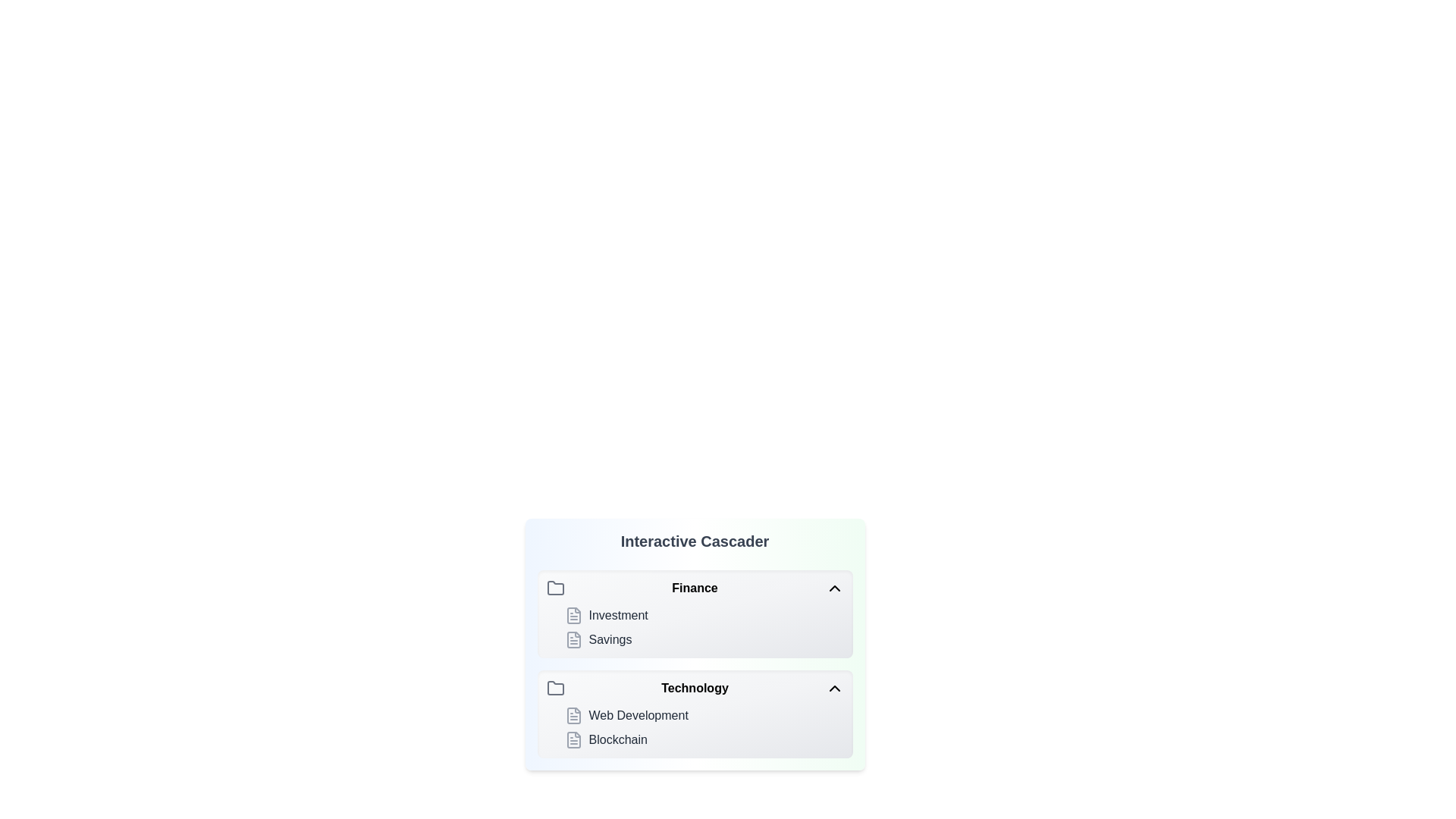 Image resolution: width=1456 pixels, height=819 pixels. I want to click on the document icon representing the 'Investment' category located in the Finance section of the Interactive Cascader interface, positioned to the left of the 'Investment' label, so click(573, 616).